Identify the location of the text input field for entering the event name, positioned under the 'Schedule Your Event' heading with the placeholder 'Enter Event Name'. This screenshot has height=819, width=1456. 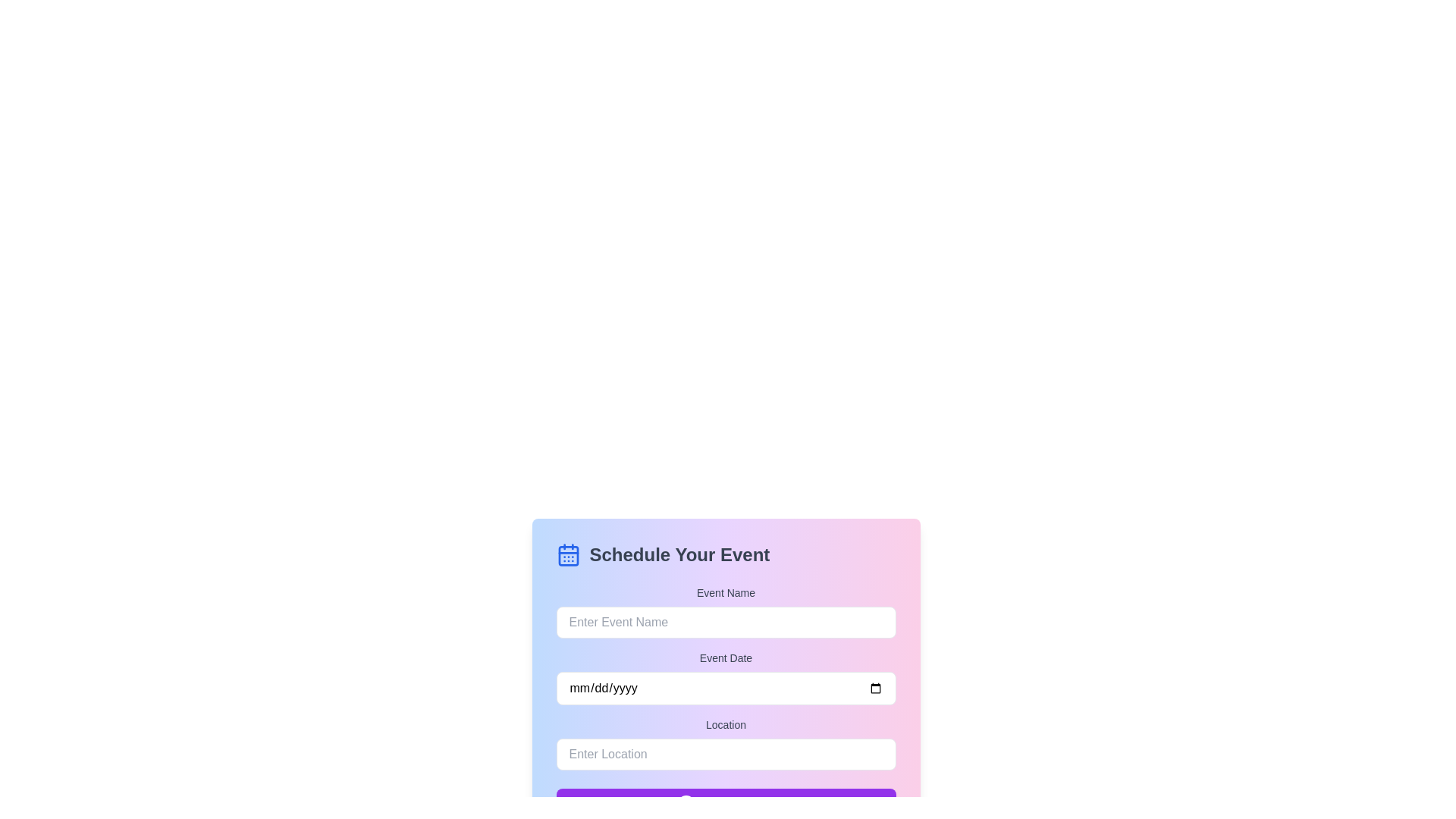
(725, 623).